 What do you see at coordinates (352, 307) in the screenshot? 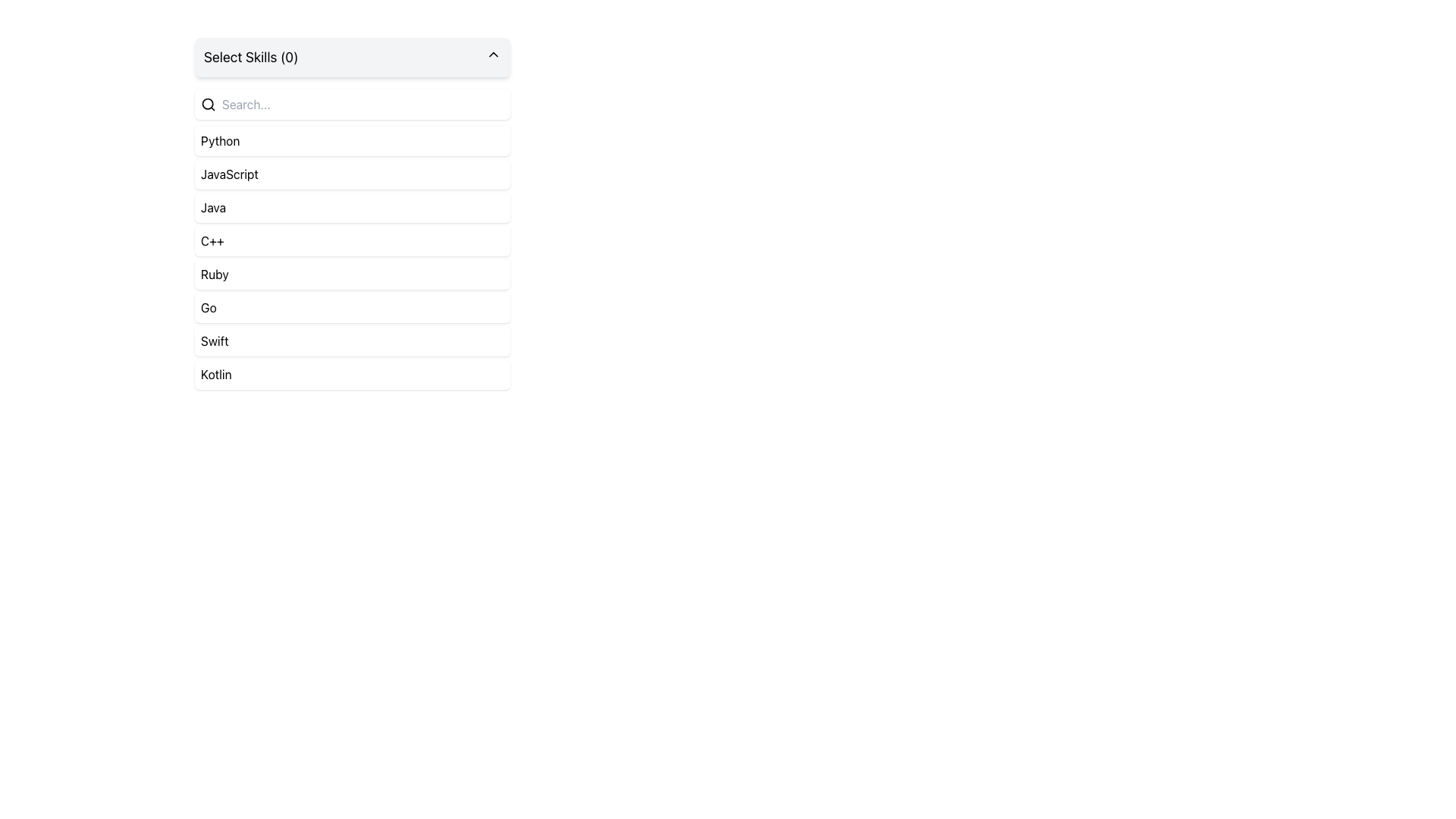
I see `the sixth item in the dropdown list labeled 'Go'` at bounding box center [352, 307].